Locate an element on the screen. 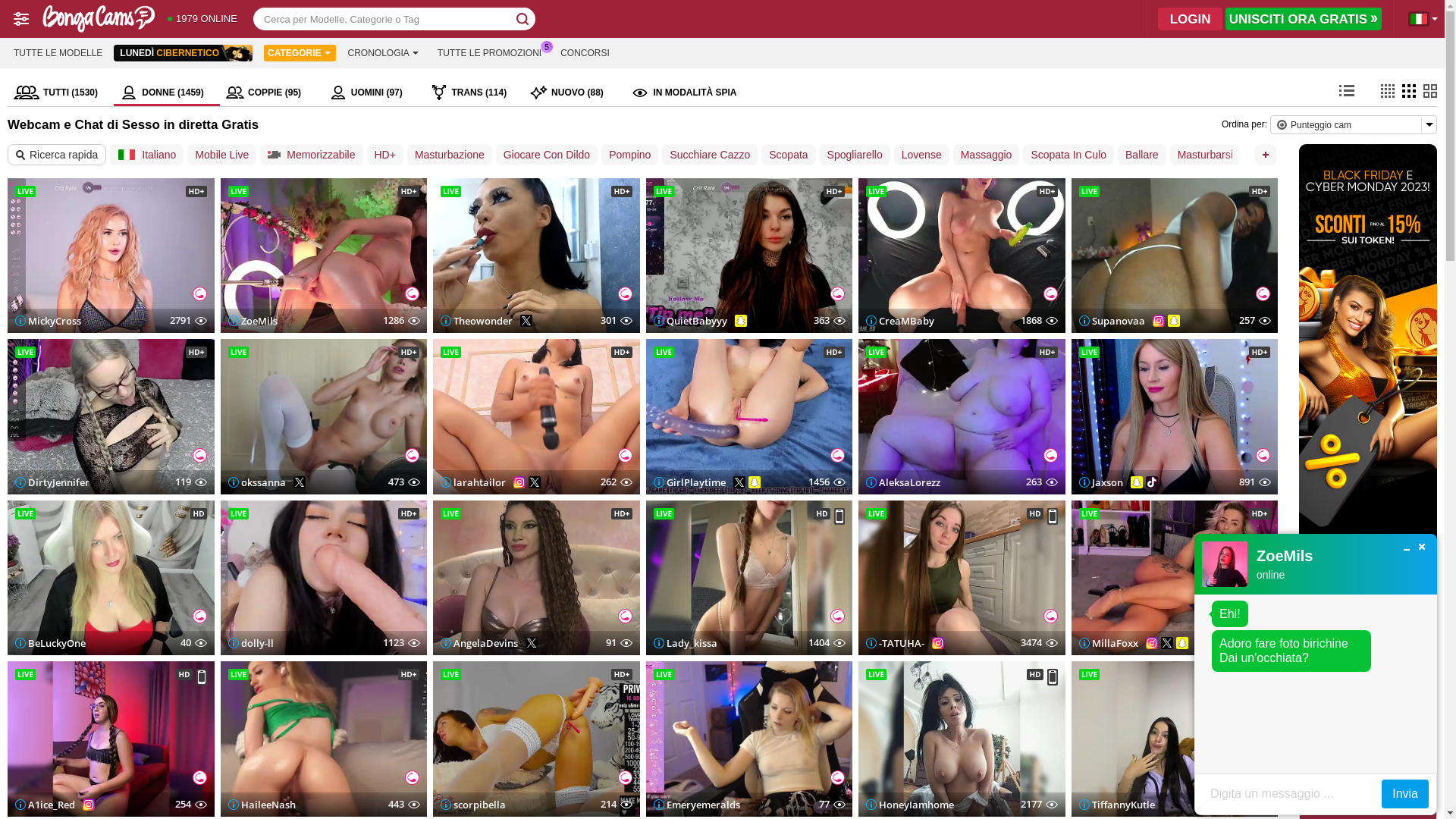 This screenshot has width=1456, height=819. 'AngelaDevins' is located at coordinates (479, 643).